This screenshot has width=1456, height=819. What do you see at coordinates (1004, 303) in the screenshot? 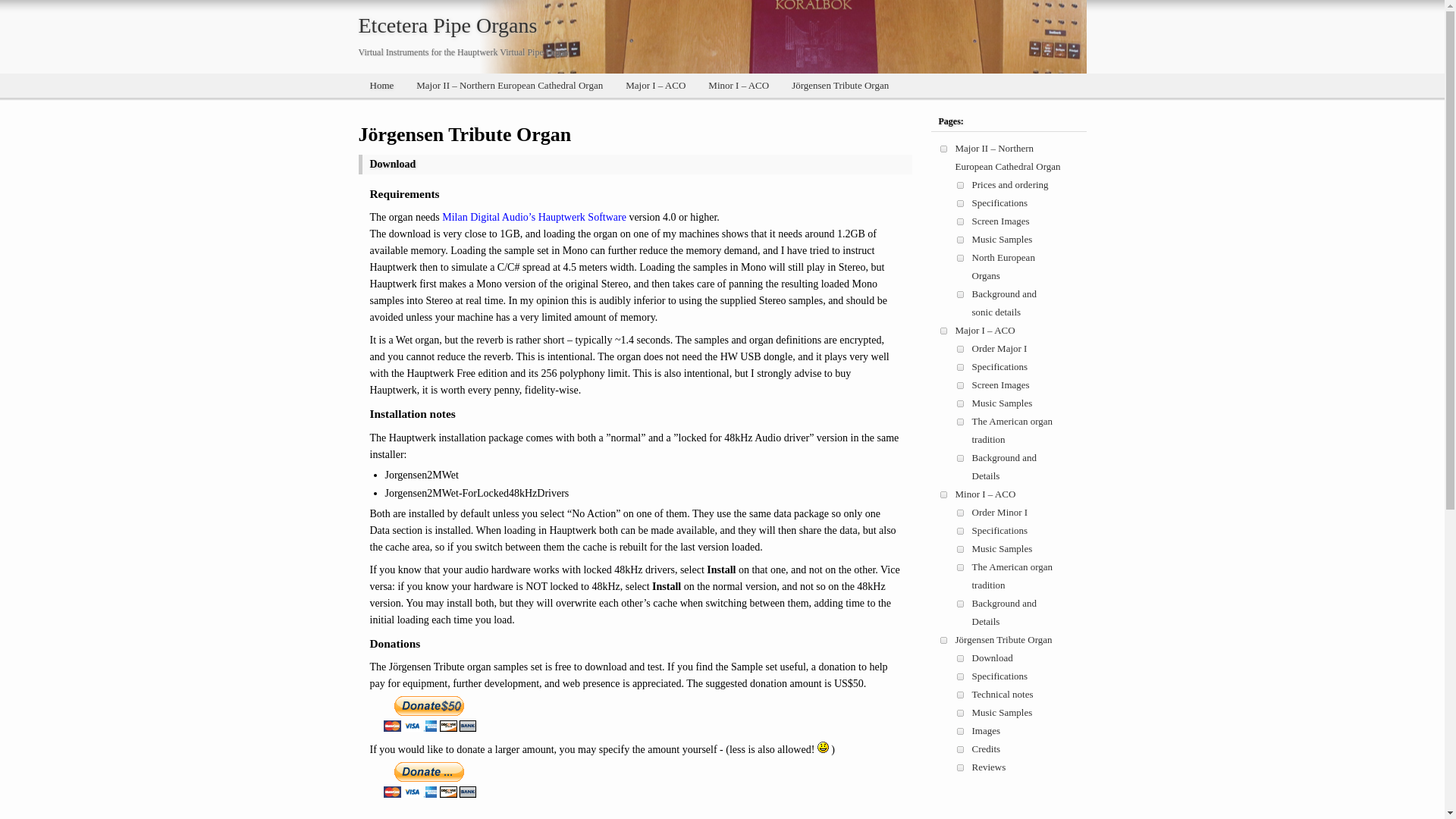
I see `'Background and sonic details'` at bounding box center [1004, 303].